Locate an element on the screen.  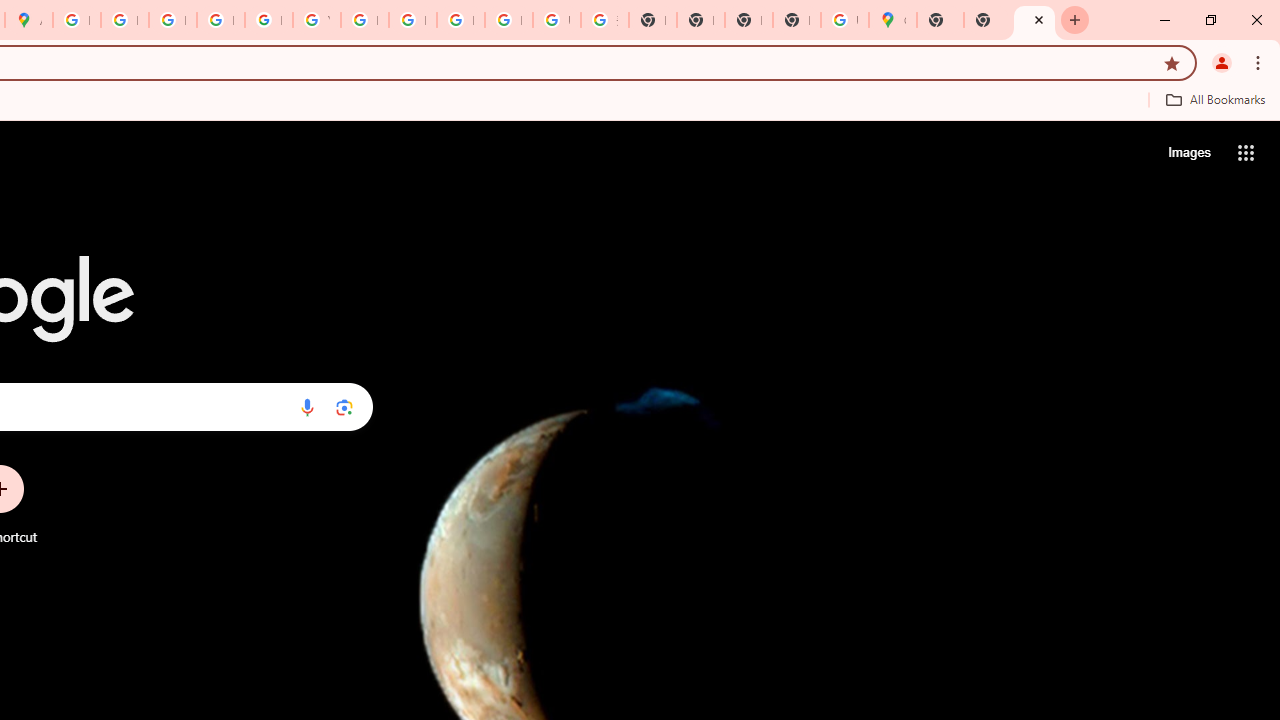
'YouTube' is located at coordinates (315, 20).